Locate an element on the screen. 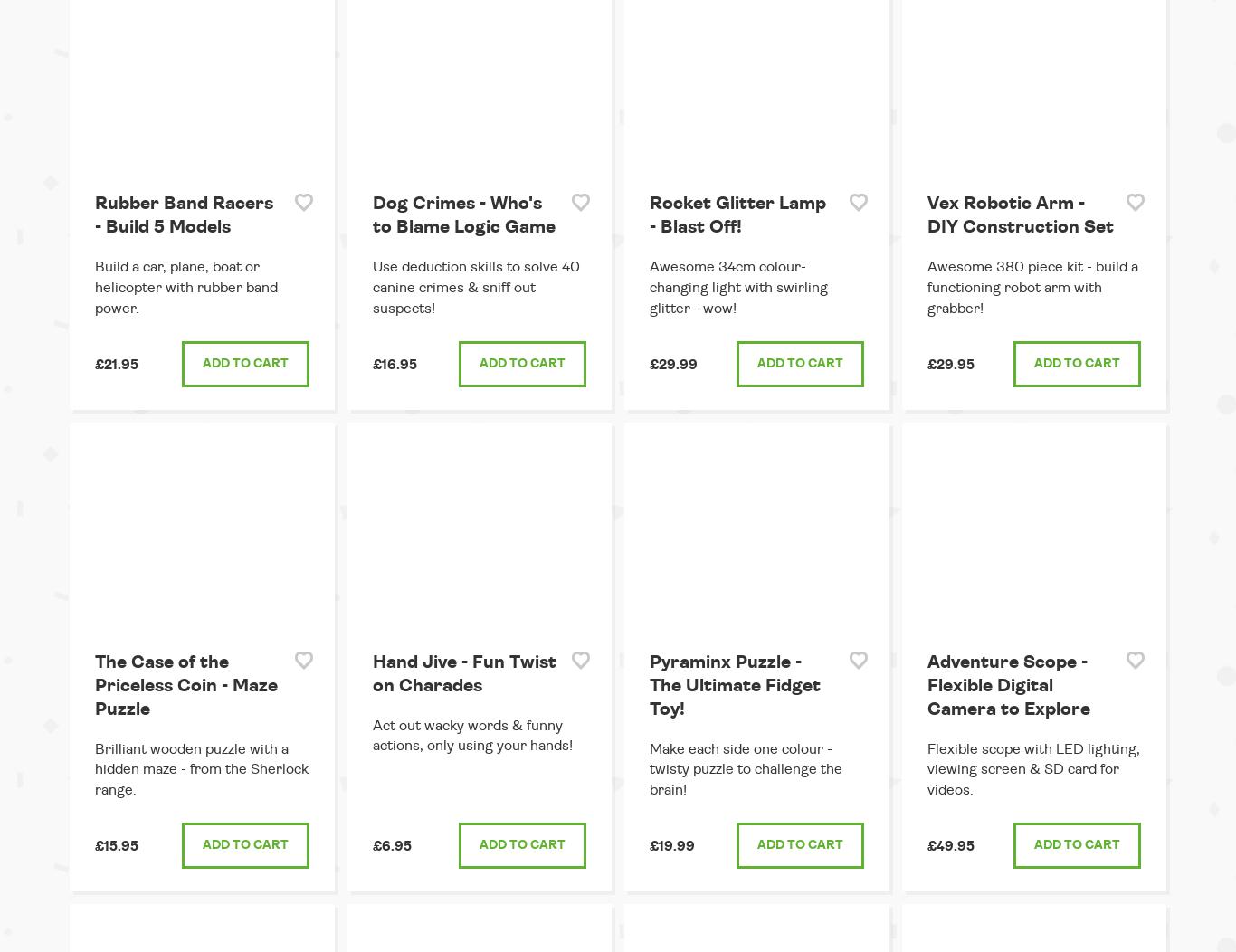 Image resolution: width=1236 pixels, height=952 pixels. 'Act out wacky words & funny actions, only using your hands!' is located at coordinates (371, 735).